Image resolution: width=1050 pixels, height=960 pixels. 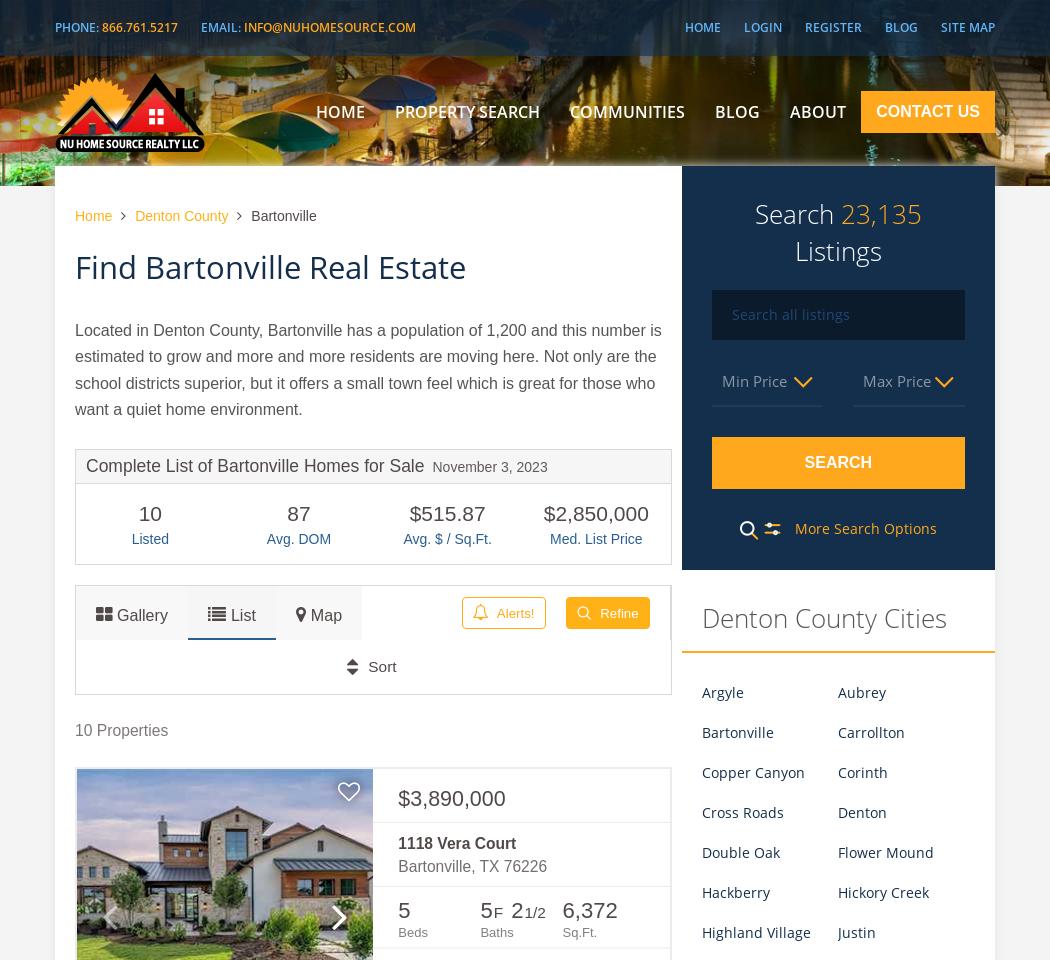 What do you see at coordinates (833, 26) in the screenshot?
I see `'Register'` at bounding box center [833, 26].